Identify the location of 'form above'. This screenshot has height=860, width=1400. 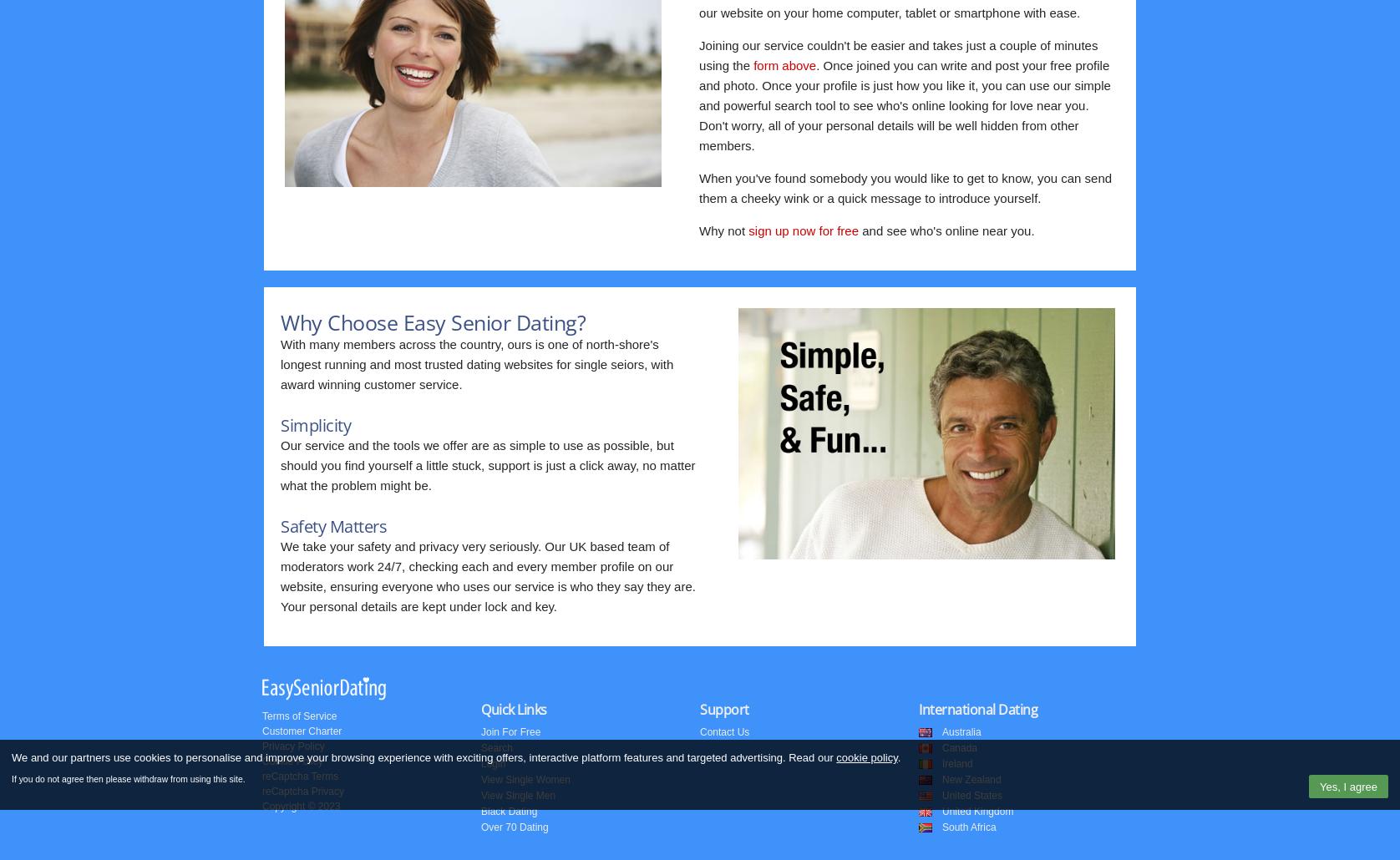
(784, 64).